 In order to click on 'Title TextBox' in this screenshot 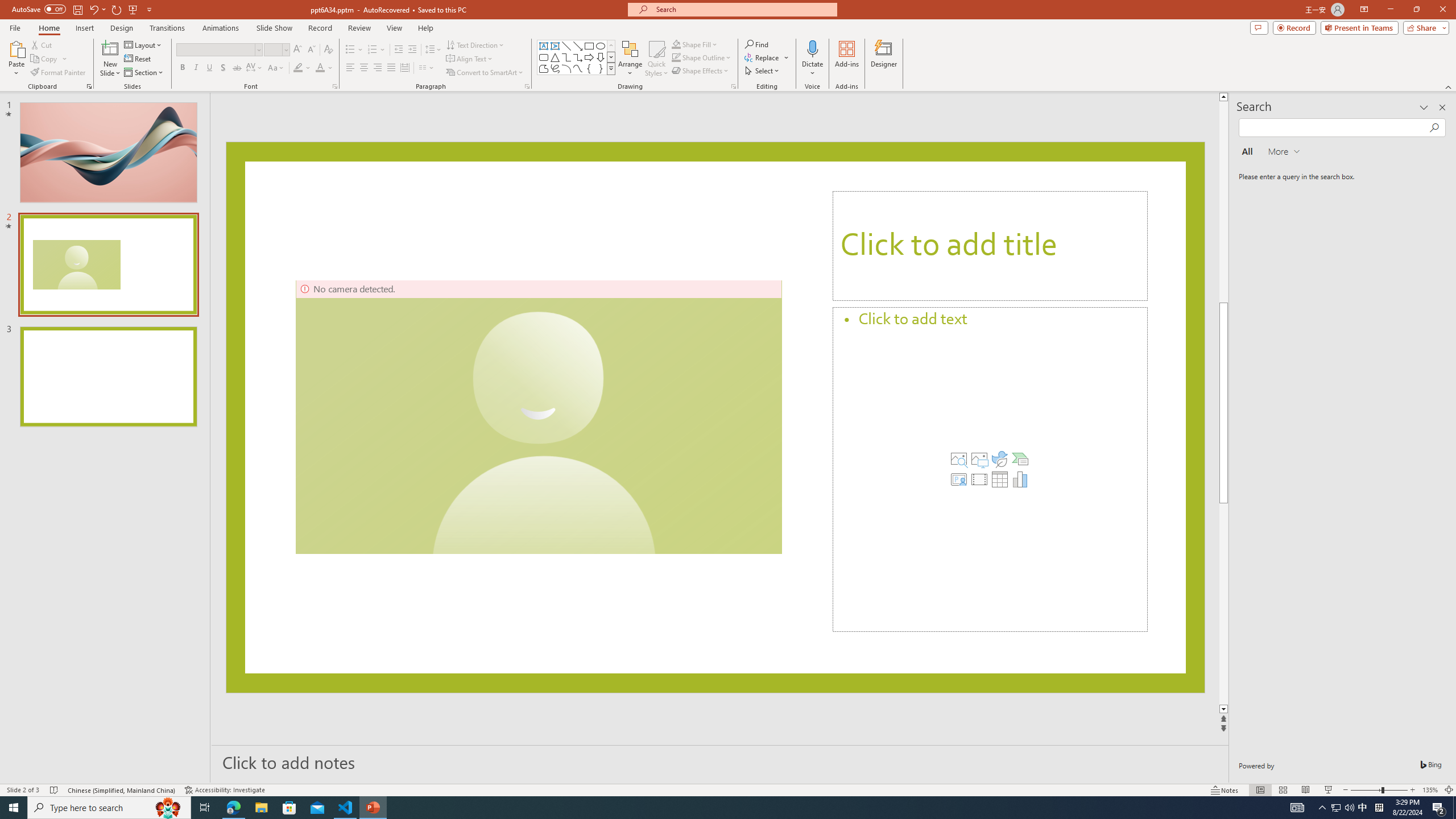, I will do `click(990, 246)`.